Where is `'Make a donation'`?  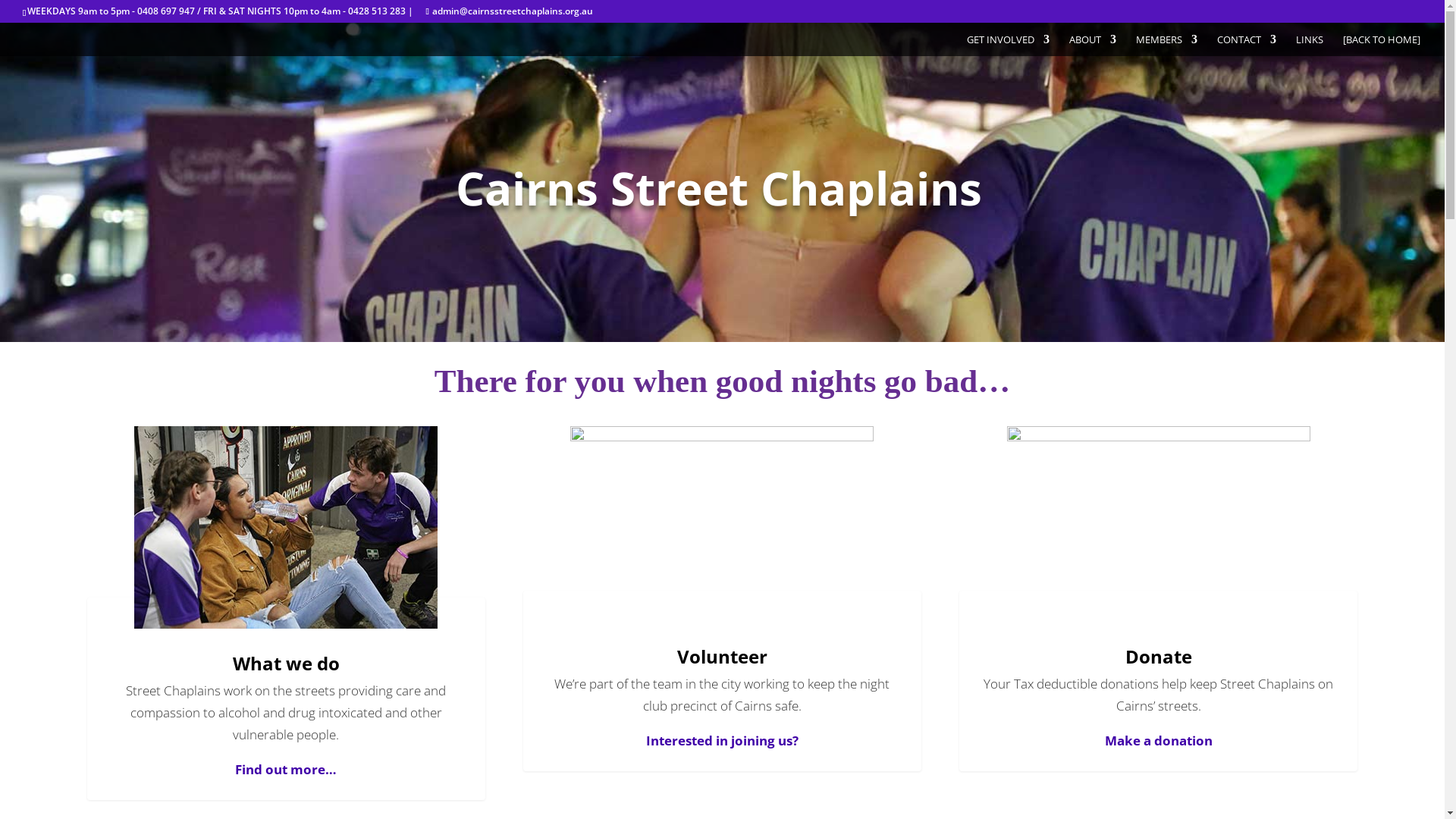
'Make a donation' is located at coordinates (1105, 739).